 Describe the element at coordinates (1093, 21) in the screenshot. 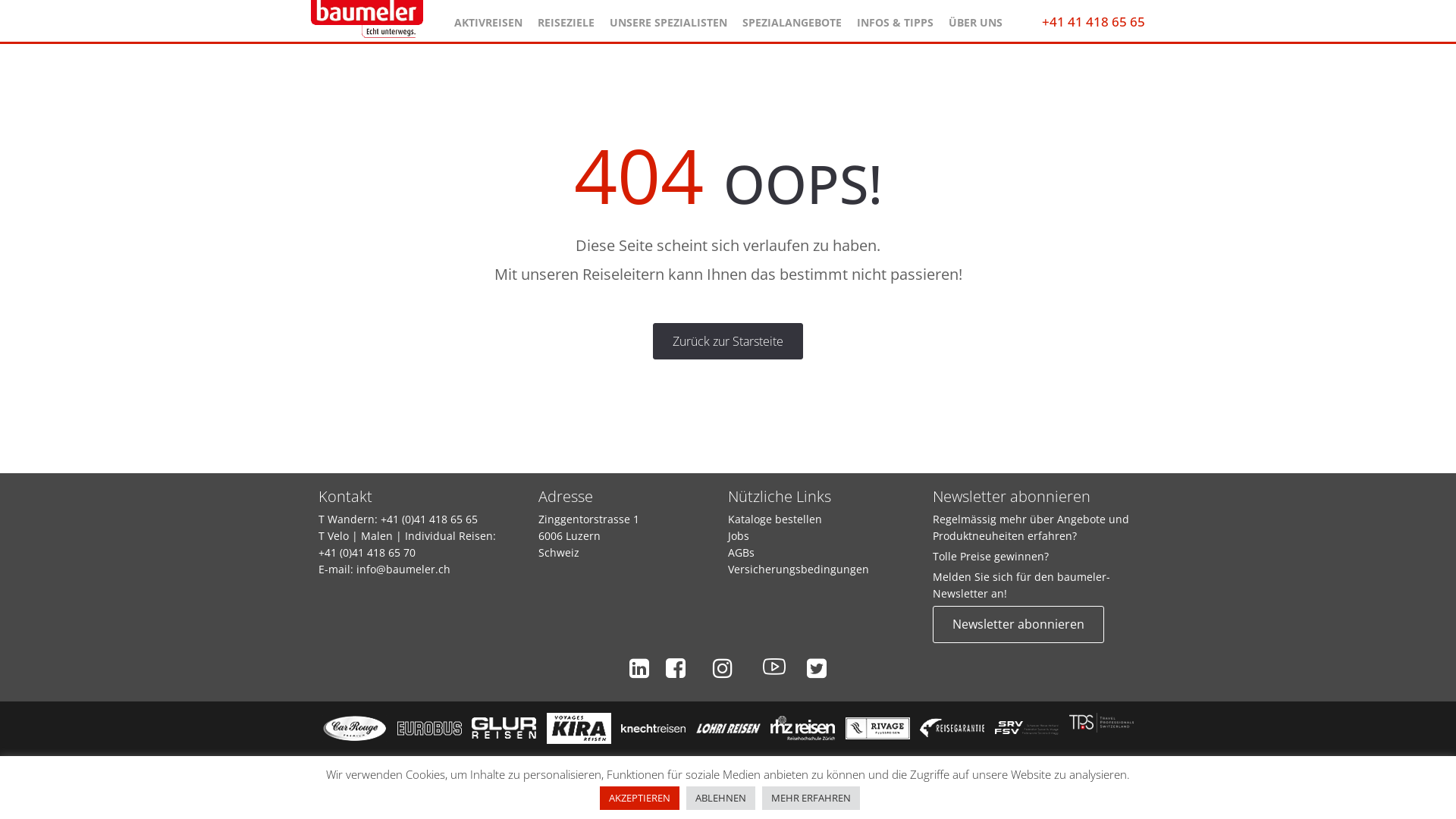

I see `'+41 41 418 65 65'` at that location.